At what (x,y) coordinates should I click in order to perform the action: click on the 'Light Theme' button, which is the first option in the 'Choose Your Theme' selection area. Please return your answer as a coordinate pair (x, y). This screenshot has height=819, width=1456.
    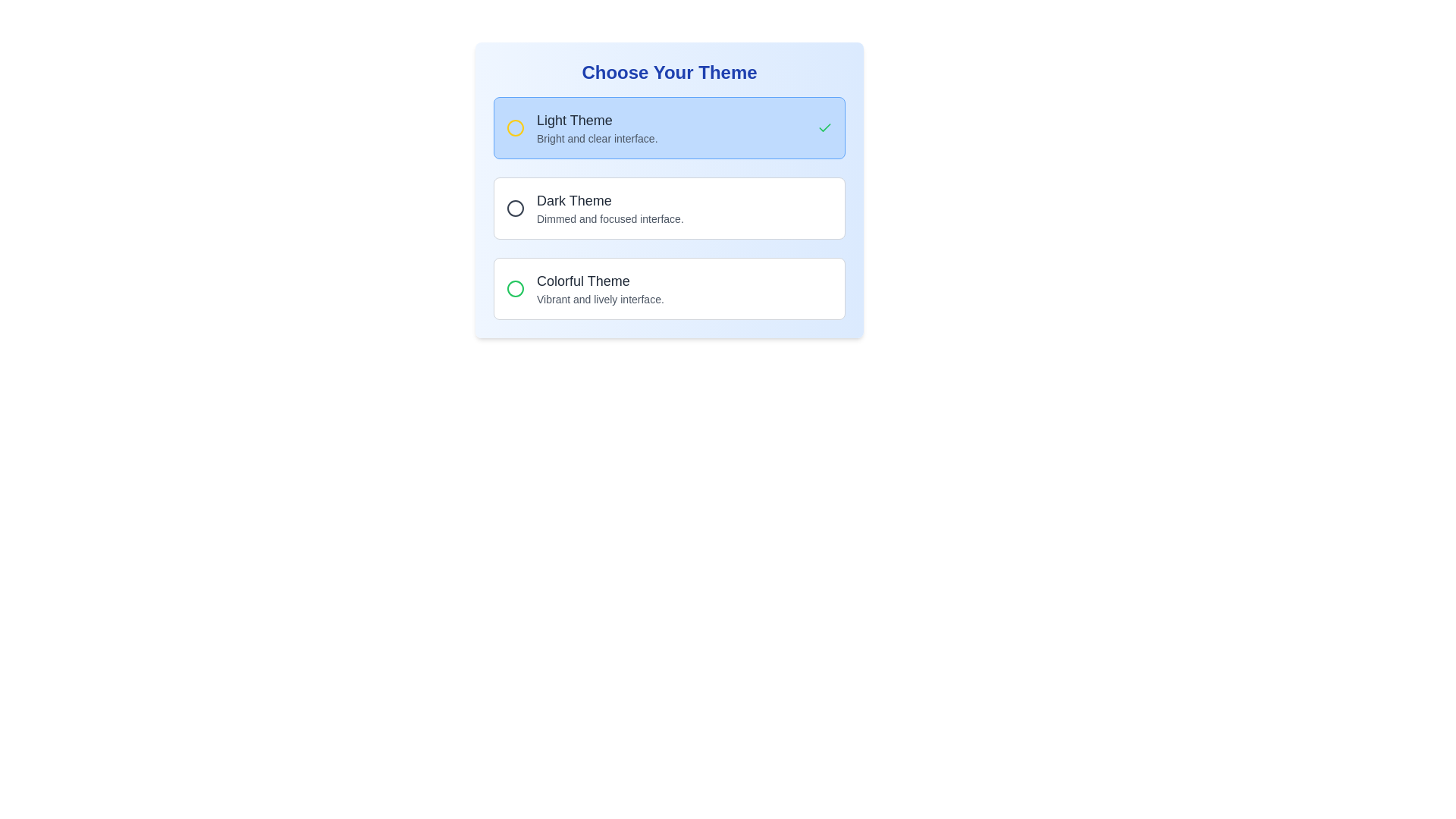
    Looking at the image, I should click on (669, 127).